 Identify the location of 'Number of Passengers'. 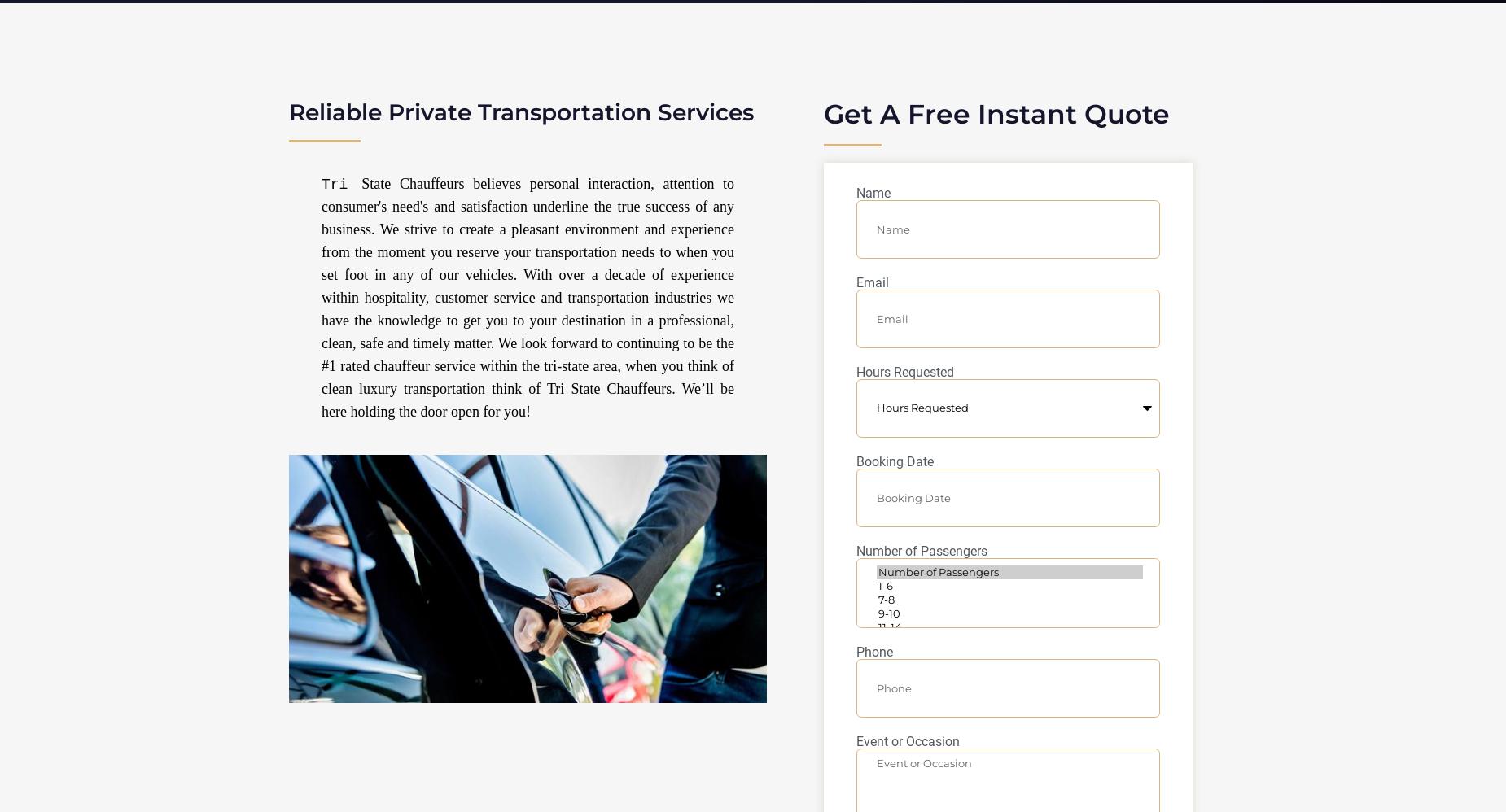
(855, 550).